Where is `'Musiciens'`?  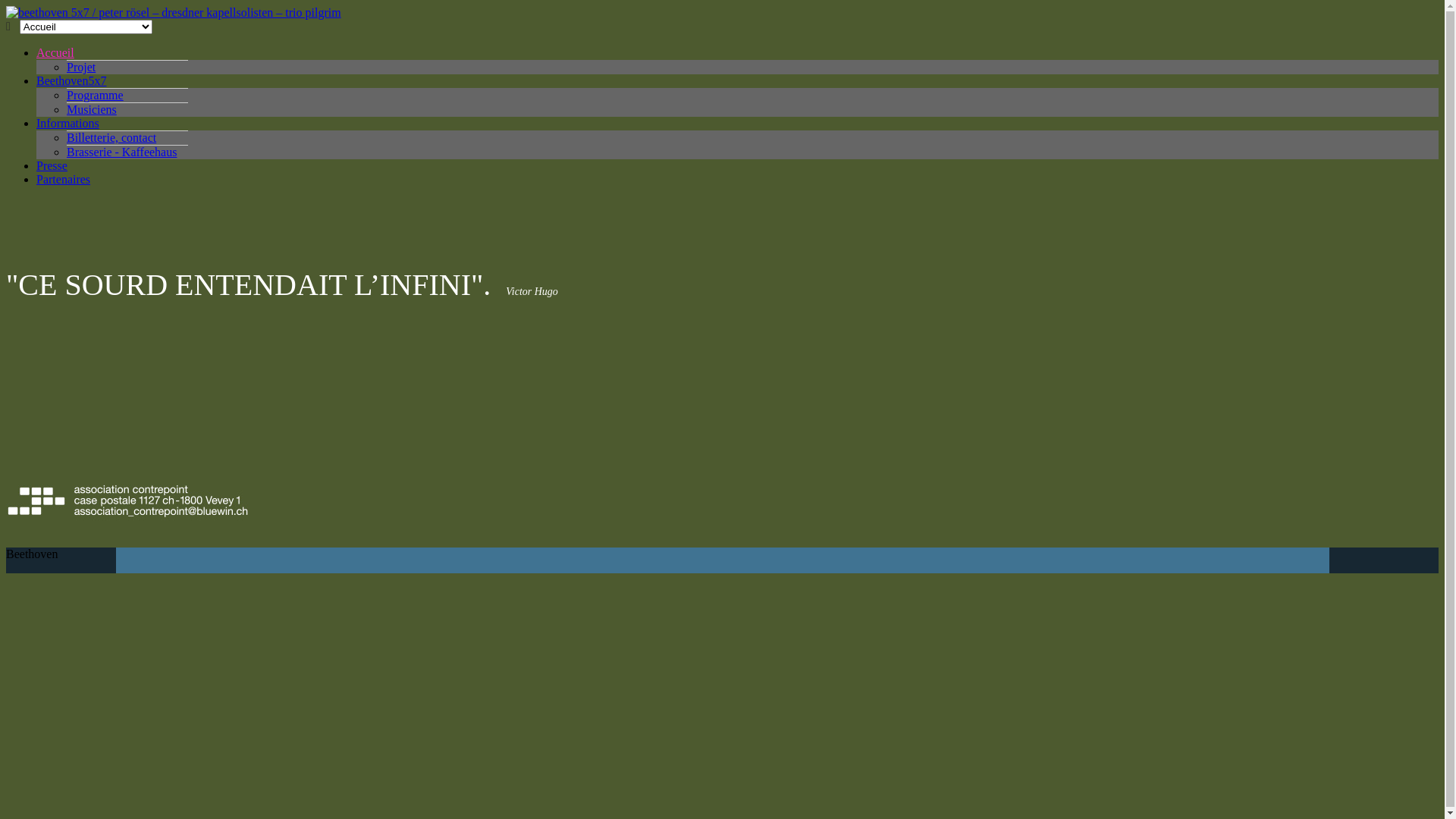 'Musiciens' is located at coordinates (65, 108).